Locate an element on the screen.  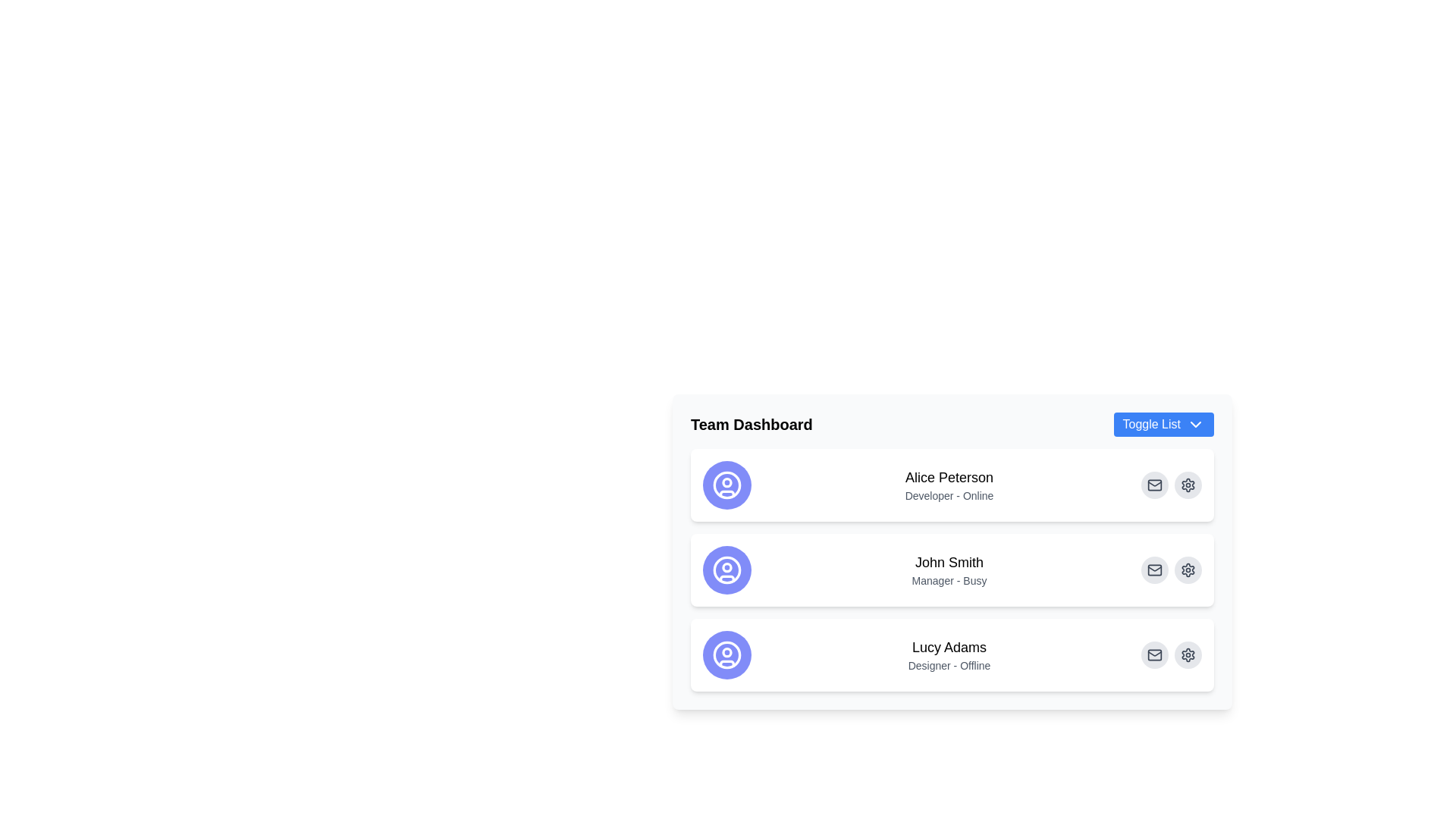
the 'Settings' button for the user 'Lucy Adams', which is the last button is located at coordinates (1187, 654).